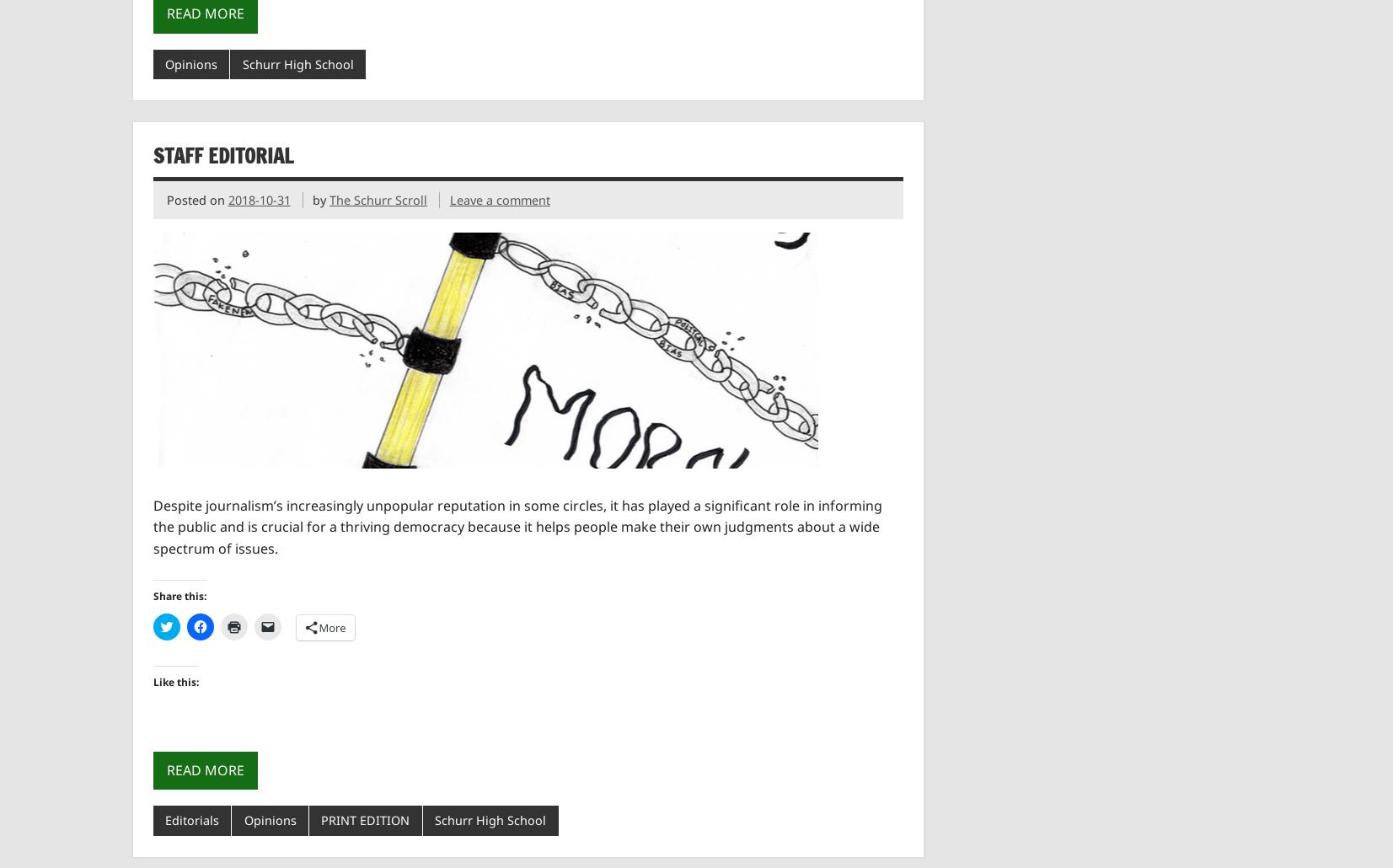  Describe the element at coordinates (257, 199) in the screenshot. I see `'2018-10-31'` at that location.